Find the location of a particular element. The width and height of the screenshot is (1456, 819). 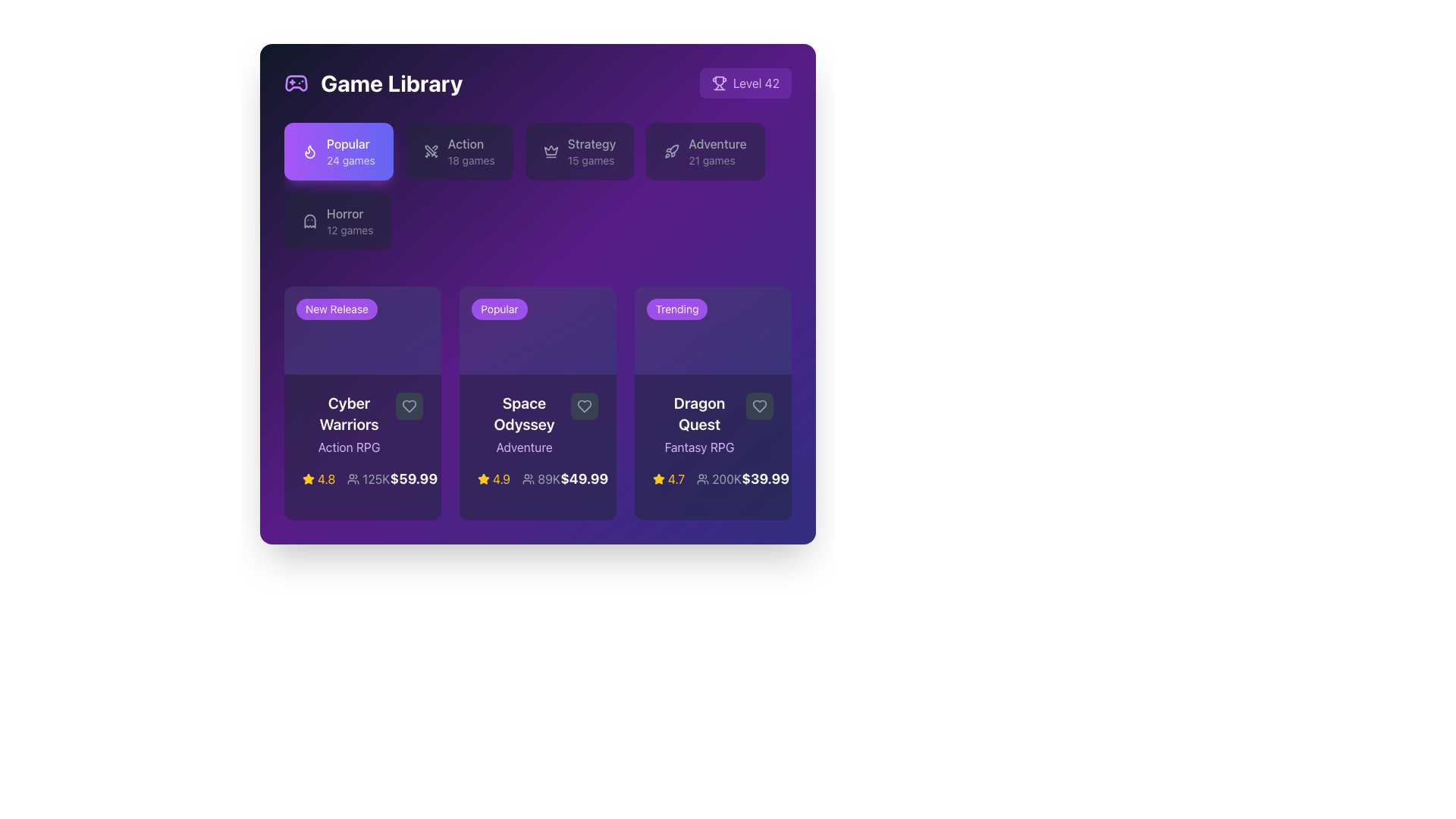

the filter button for the 'Horror' game category, which is located in the second row of game category cards, directly below the 'Popular' card and is the fourth card from the left is located at coordinates (337, 221).